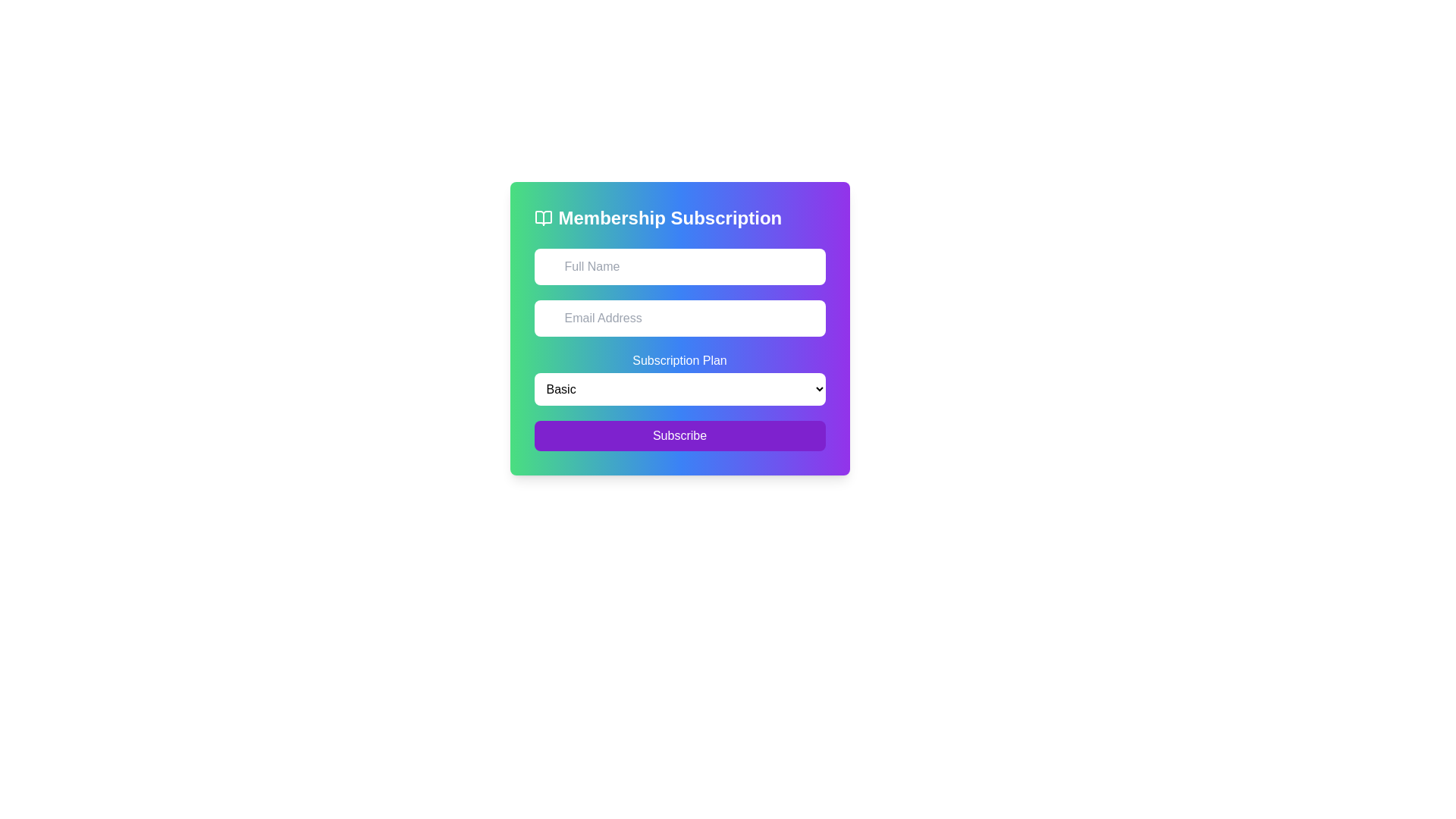  I want to click on the Text Input field for entering the full name, located below the 'Membership Subscription' heading, so click(679, 265).